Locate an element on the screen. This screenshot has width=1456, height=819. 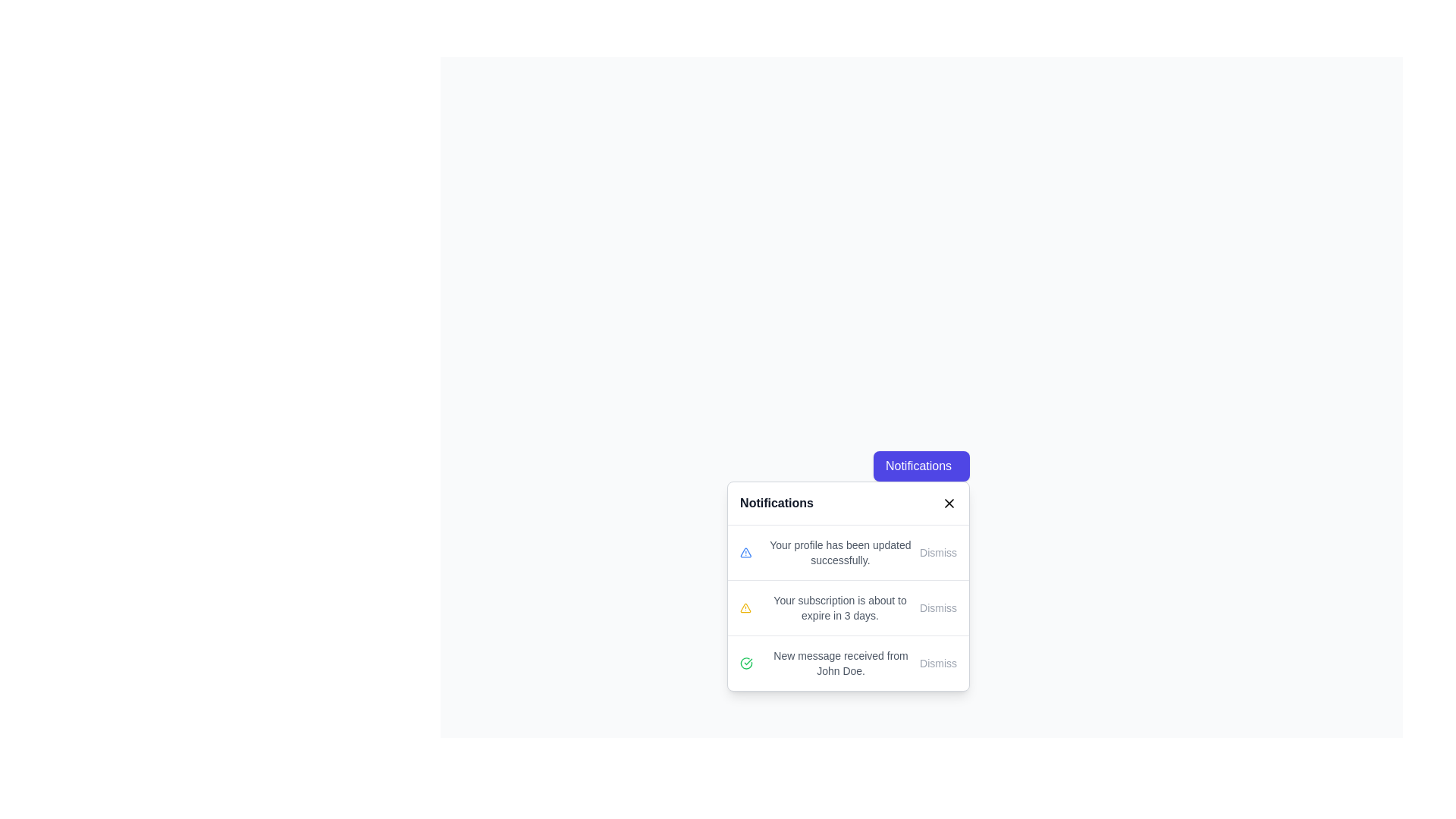
the 'Dismiss' button located at the bottom-right corner of the notification card is located at coordinates (937, 553).